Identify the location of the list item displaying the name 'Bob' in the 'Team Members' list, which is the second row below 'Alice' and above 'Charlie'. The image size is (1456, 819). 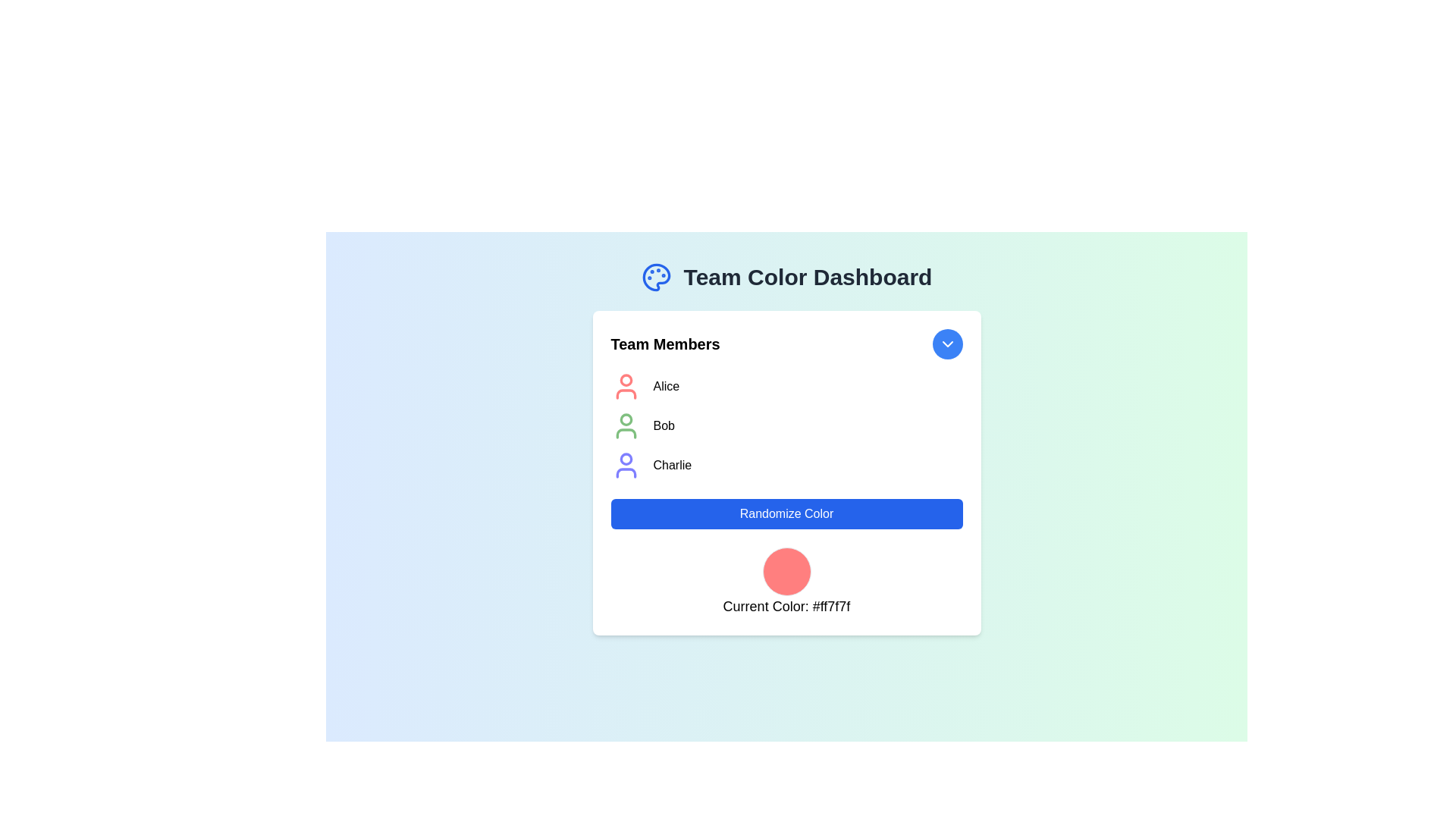
(786, 426).